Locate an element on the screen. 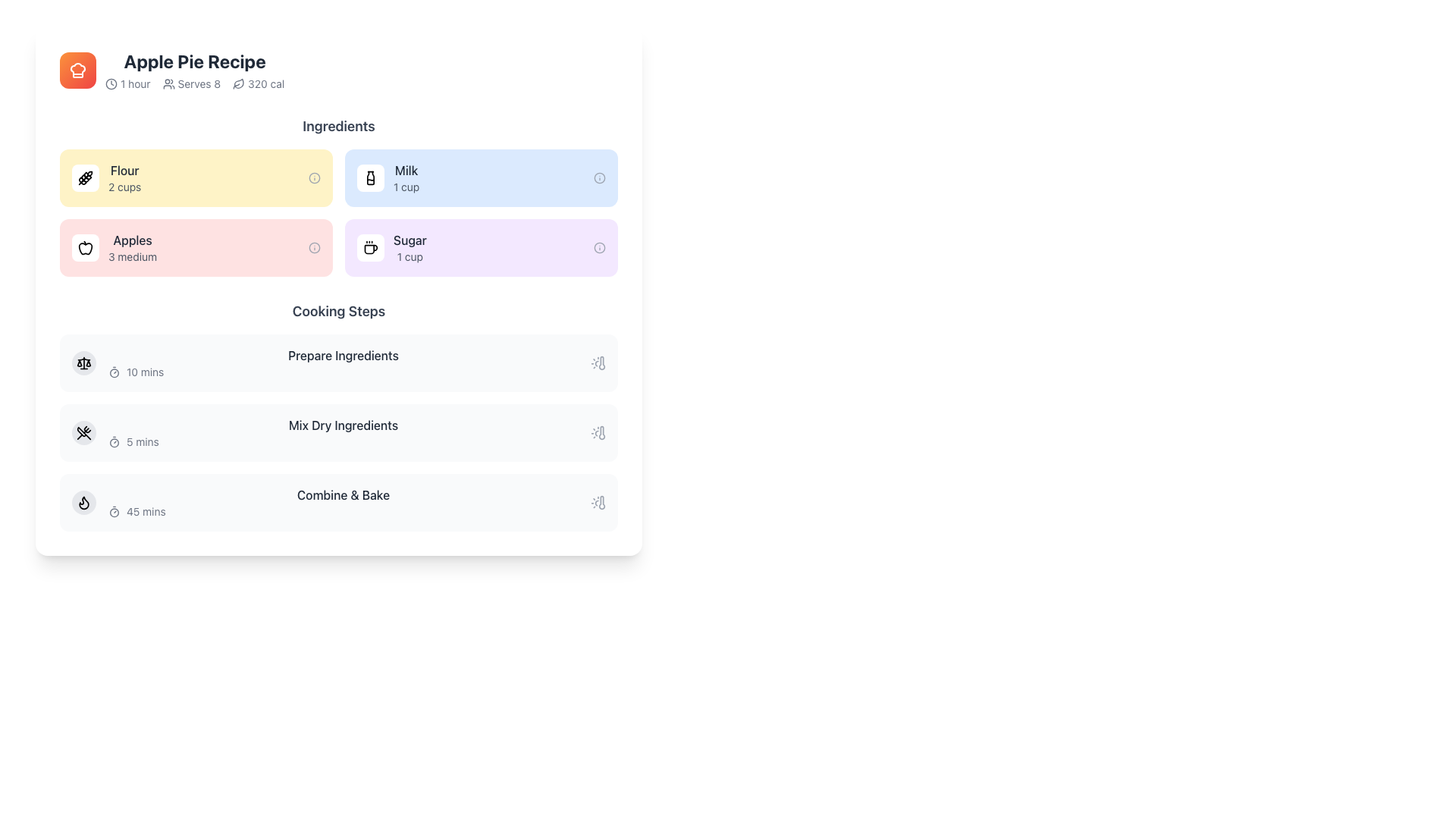  the heading label reading 'Ingredients', which is styled with a large bold font and located above the grid of ingredient cards is located at coordinates (337, 125).